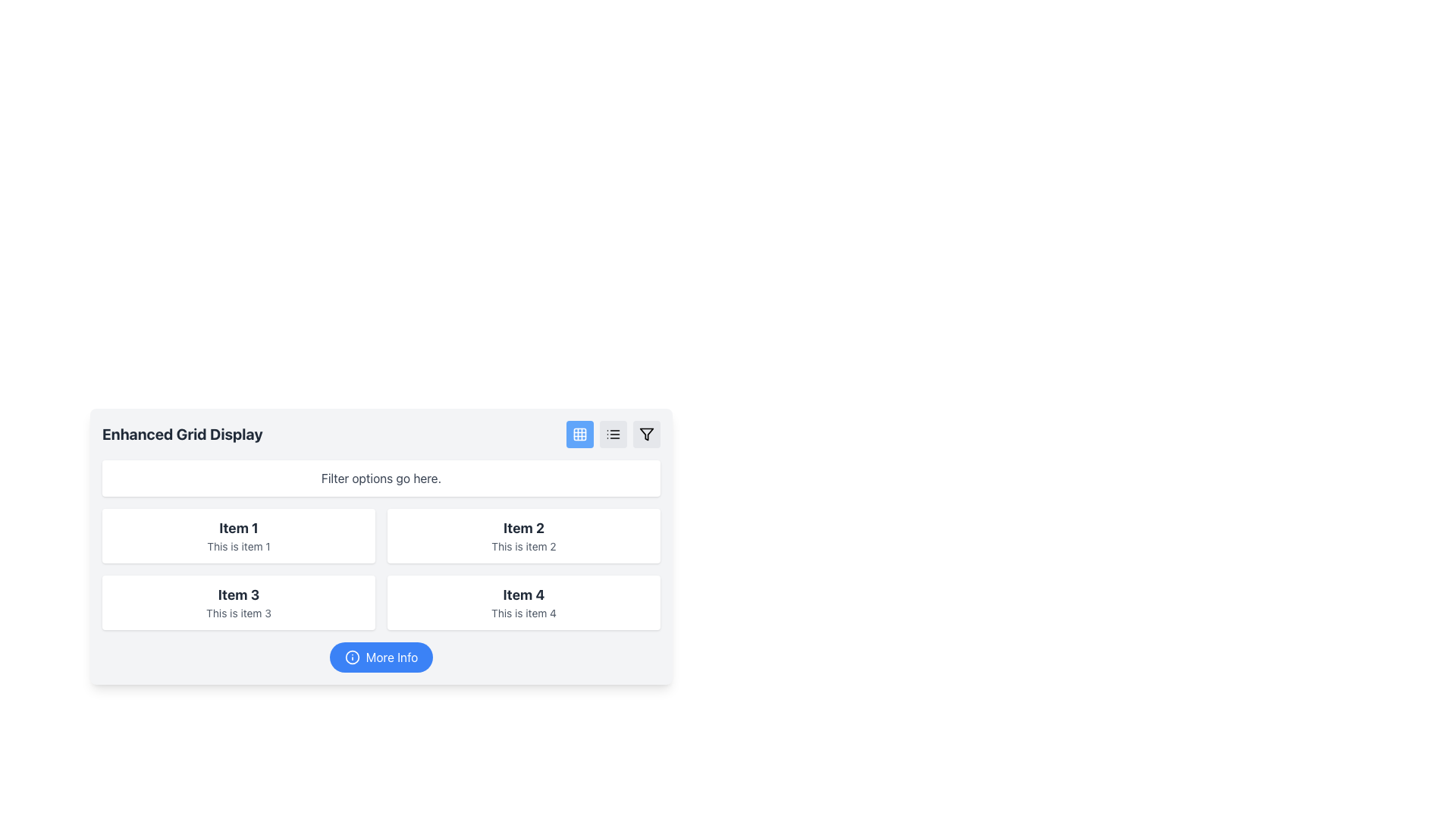  I want to click on the filter button located at the top-right corner of the panel, so click(647, 435).